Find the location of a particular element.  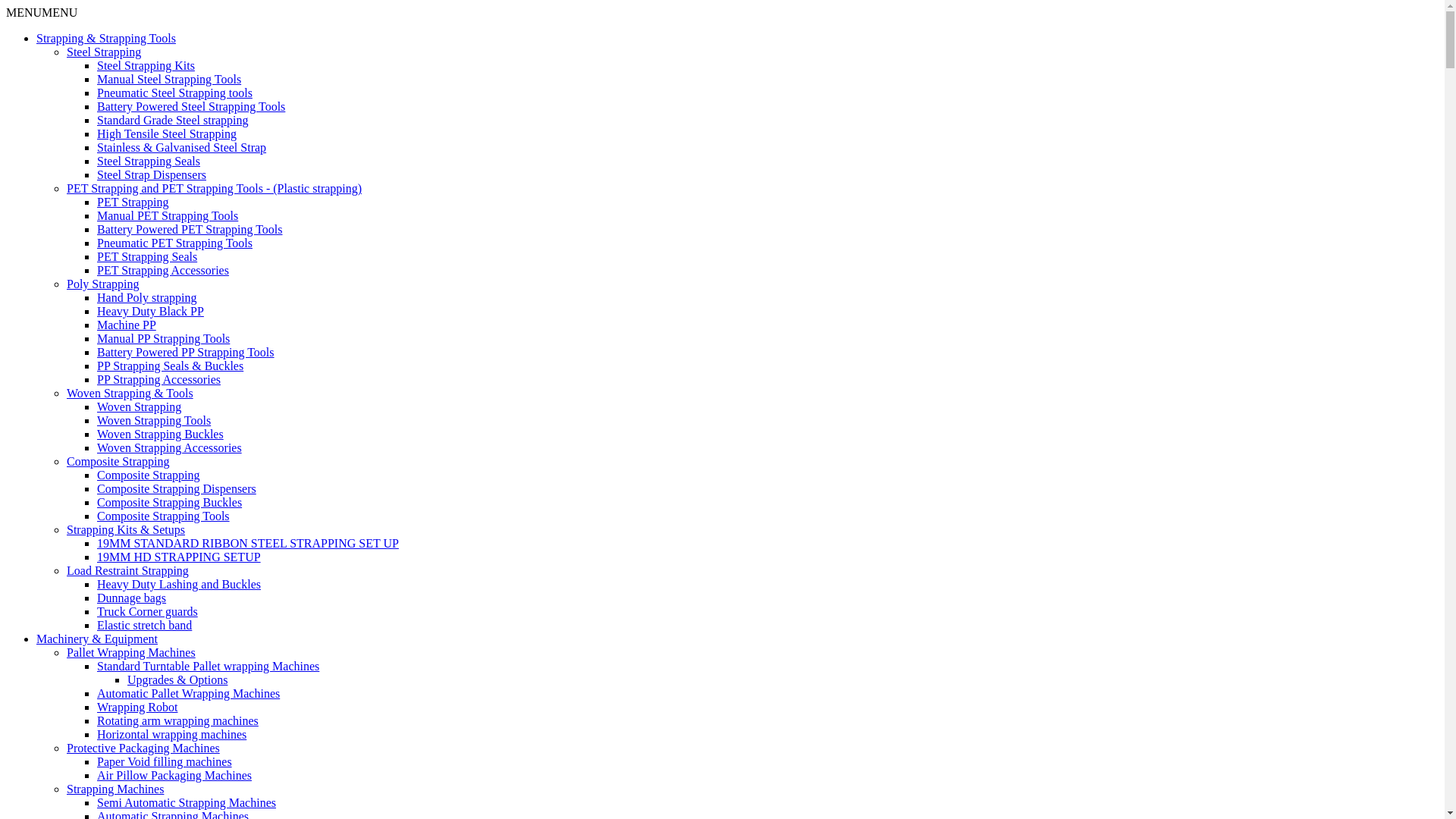

'Manual PET Strapping Tools' is located at coordinates (96, 215).